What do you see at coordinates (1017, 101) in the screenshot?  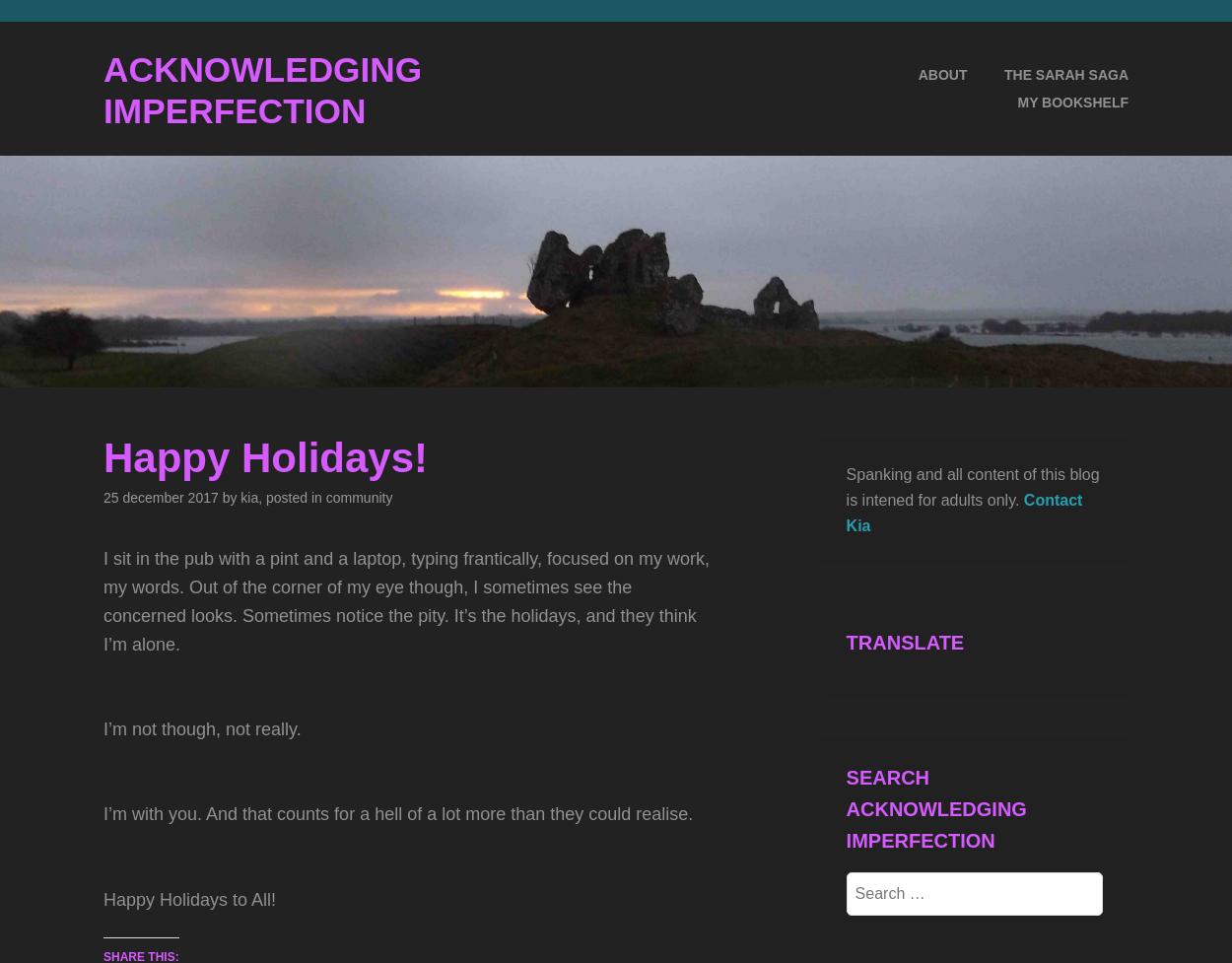 I see `'My Bookshelf'` at bounding box center [1017, 101].